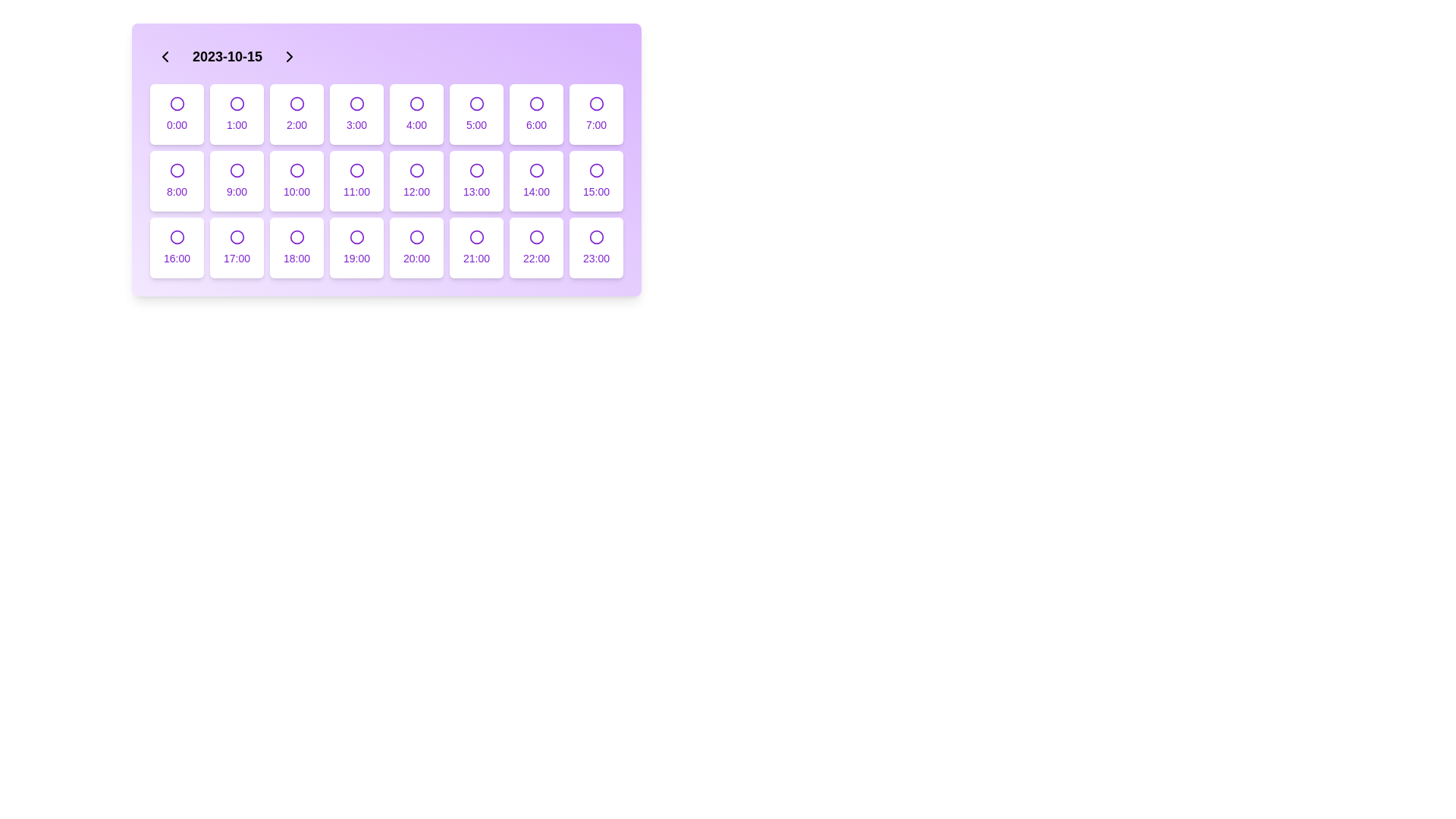 The width and height of the screenshot is (1456, 819). Describe the element at coordinates (416, 170) in the screenshot. I see `the circular graphic element representing the '12:00' time slot in the grid of time slots, located in the 3rd row and 5th column` at that location.